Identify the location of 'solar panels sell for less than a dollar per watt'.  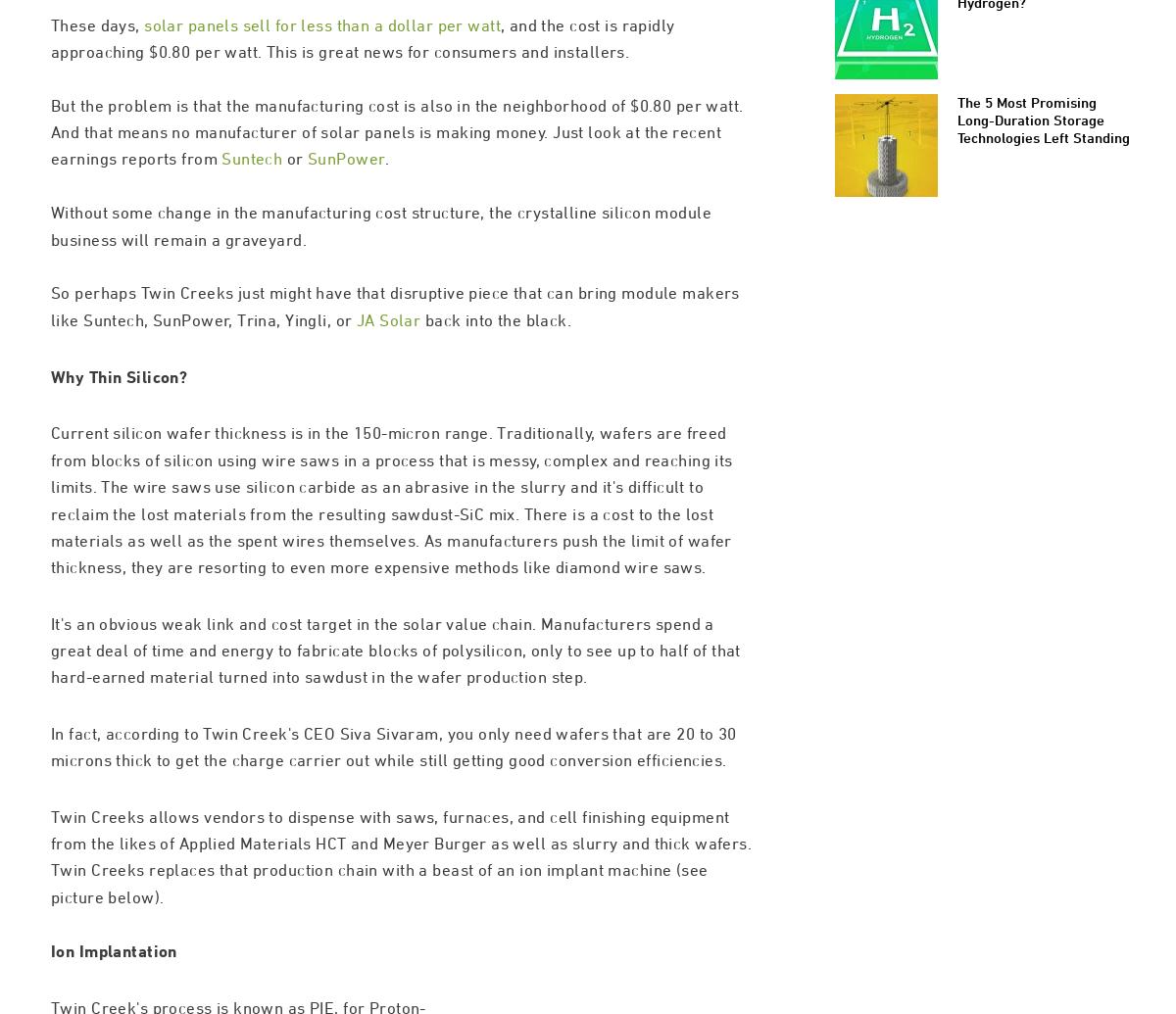
(321, 108).